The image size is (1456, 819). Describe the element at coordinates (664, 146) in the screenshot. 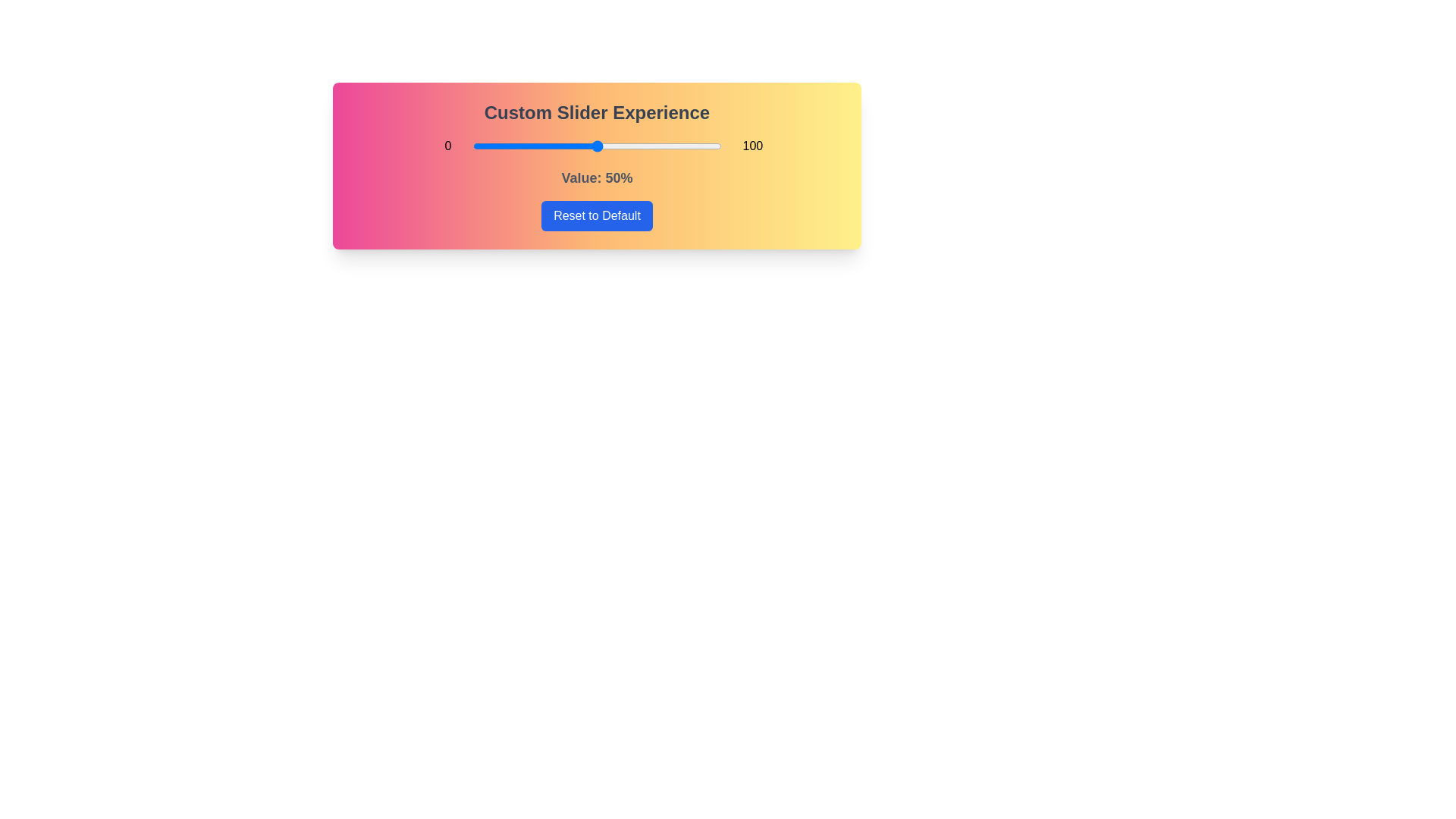

I see `the slider to 77% to explore the gradient background` at that location.